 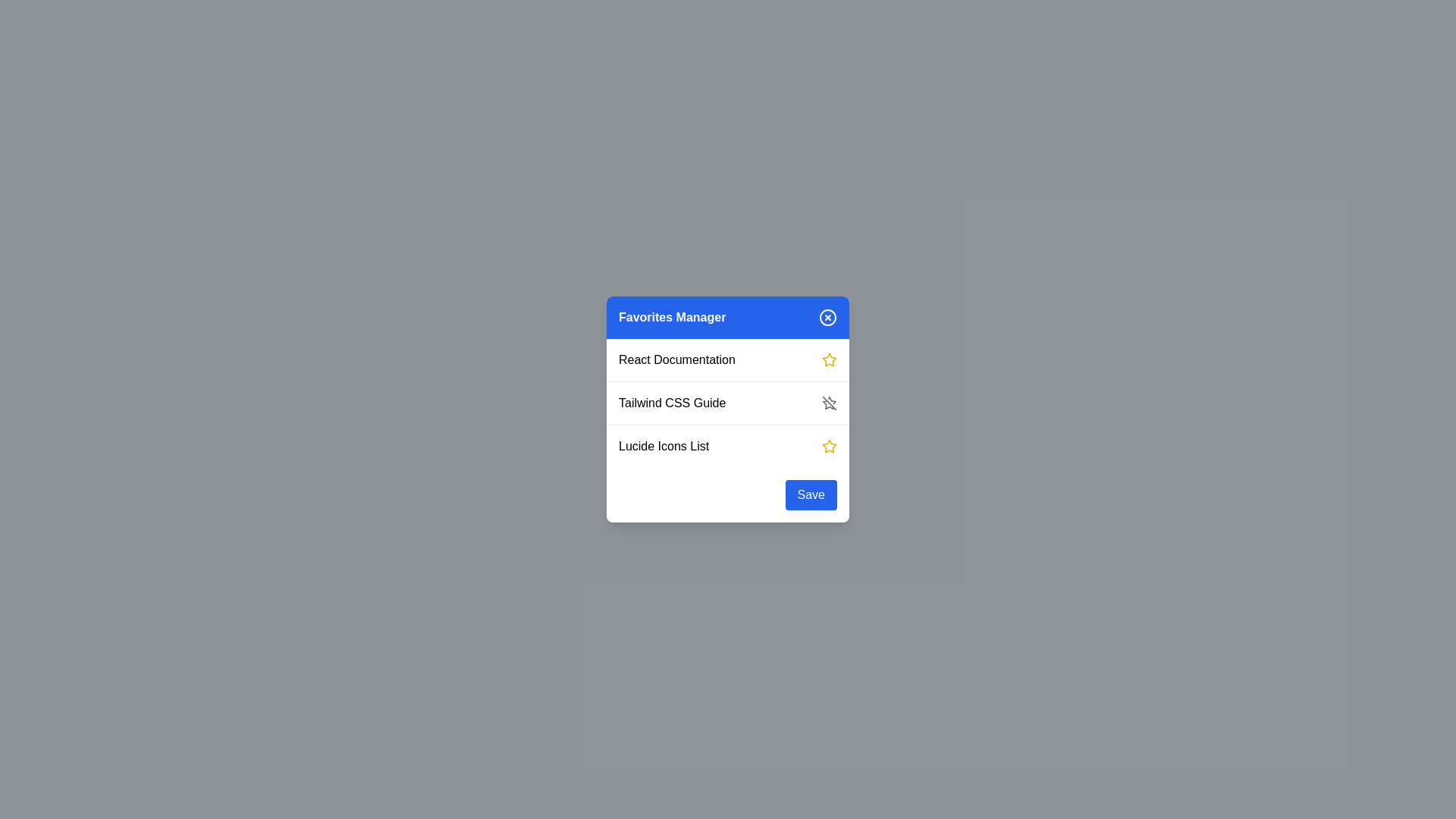 I want to click on the close button of the Favorites Manager dialog, so click(x=827, y=317).